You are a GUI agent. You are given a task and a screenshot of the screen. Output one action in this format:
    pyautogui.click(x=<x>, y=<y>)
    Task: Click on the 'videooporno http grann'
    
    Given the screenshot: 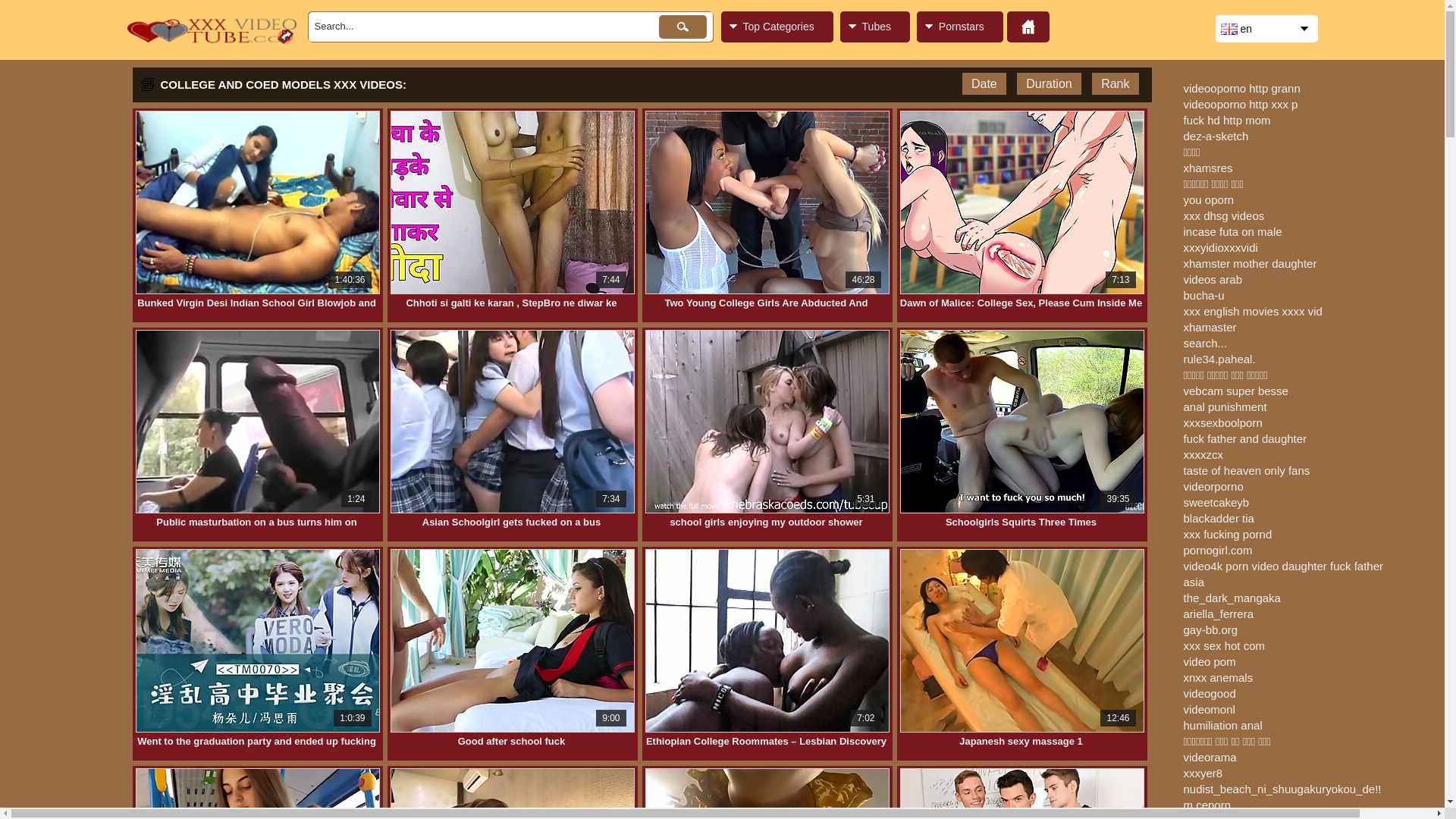 What is the action you would take?
    pyautogui.click(x=1241, y=88)
    